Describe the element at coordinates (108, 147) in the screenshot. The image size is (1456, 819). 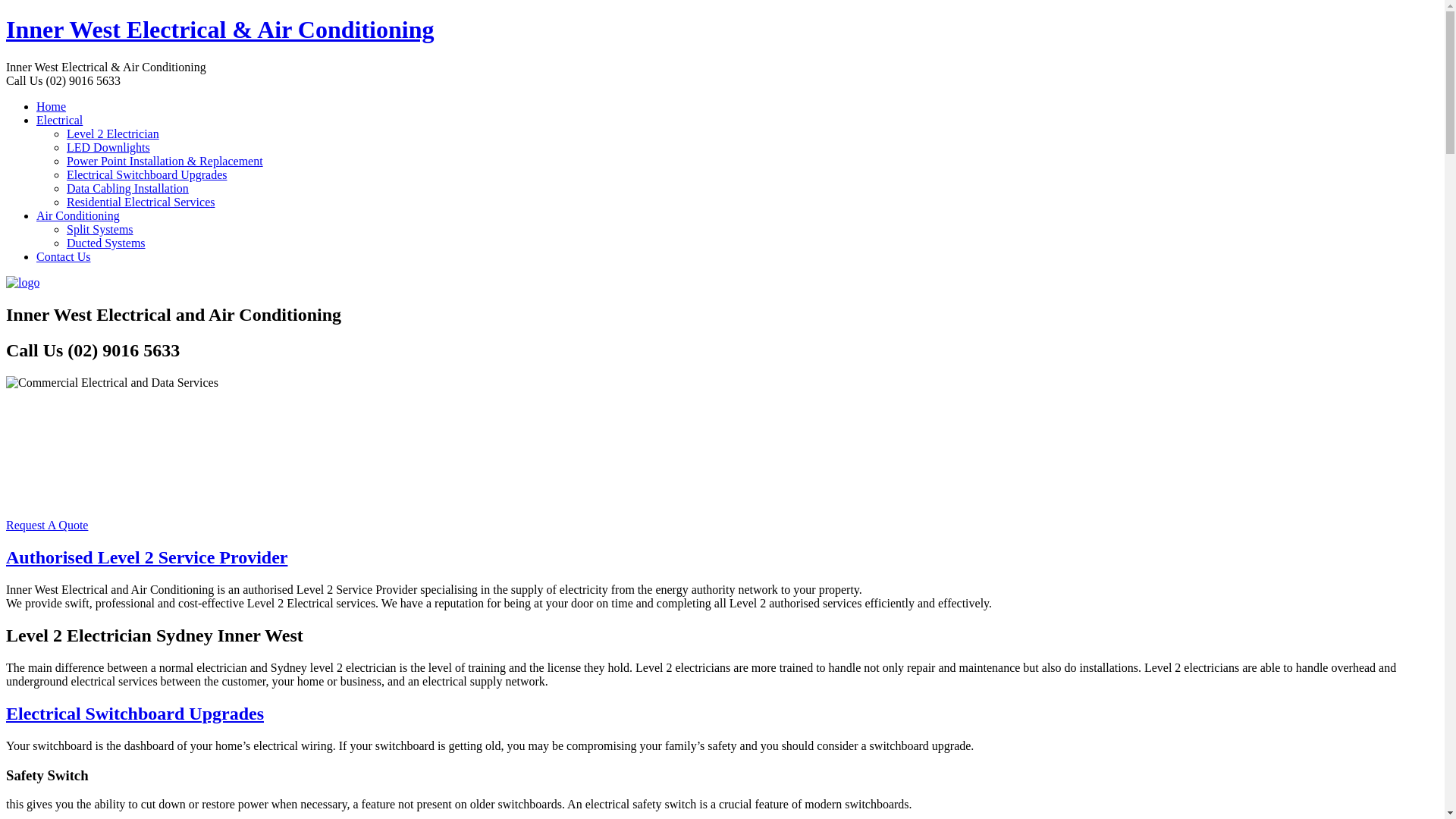
I see `'LED Downlights'` at that location.